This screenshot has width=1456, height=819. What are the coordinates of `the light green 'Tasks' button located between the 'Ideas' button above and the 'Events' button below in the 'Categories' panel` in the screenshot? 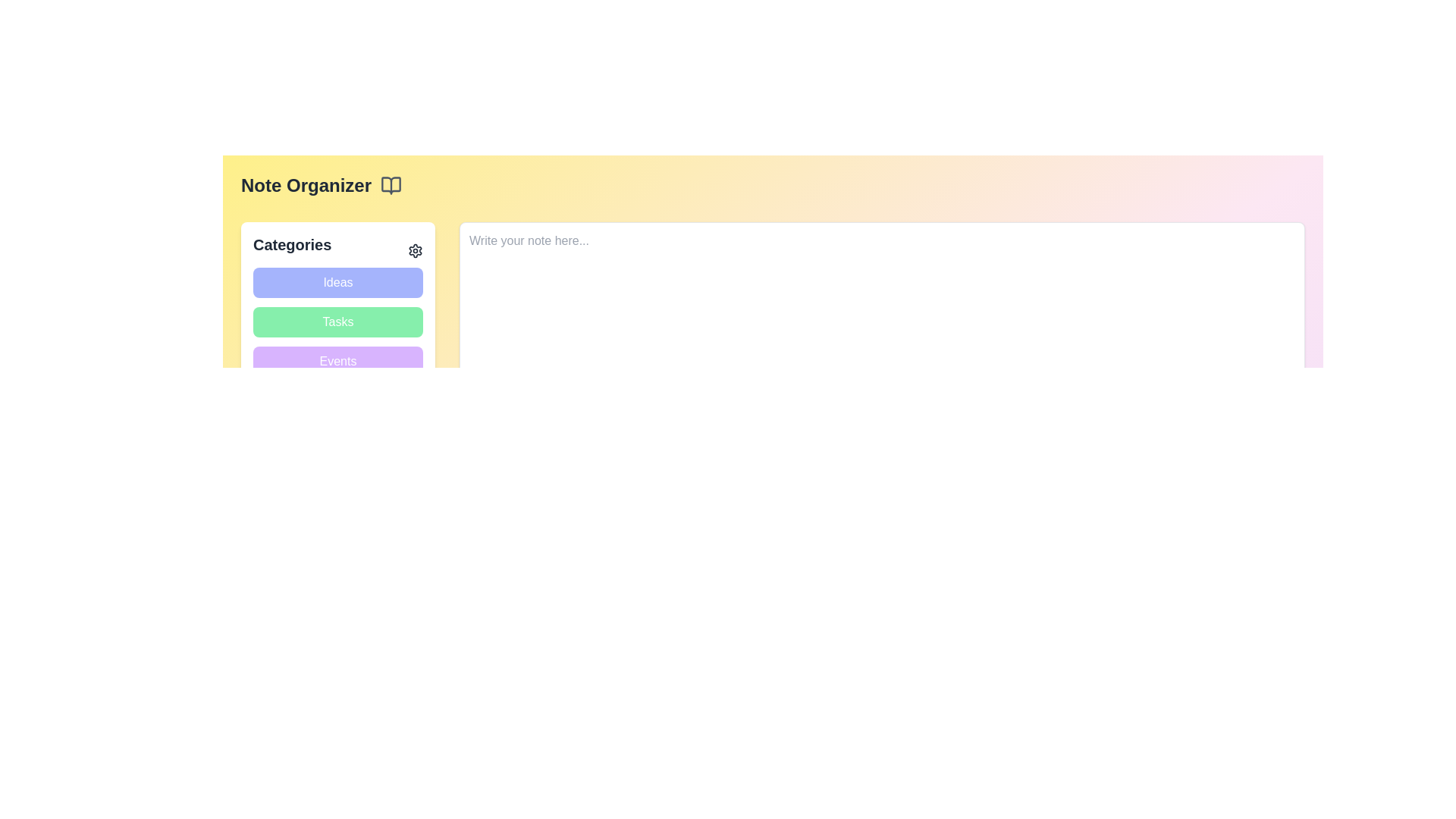 It's located at (337, 305).